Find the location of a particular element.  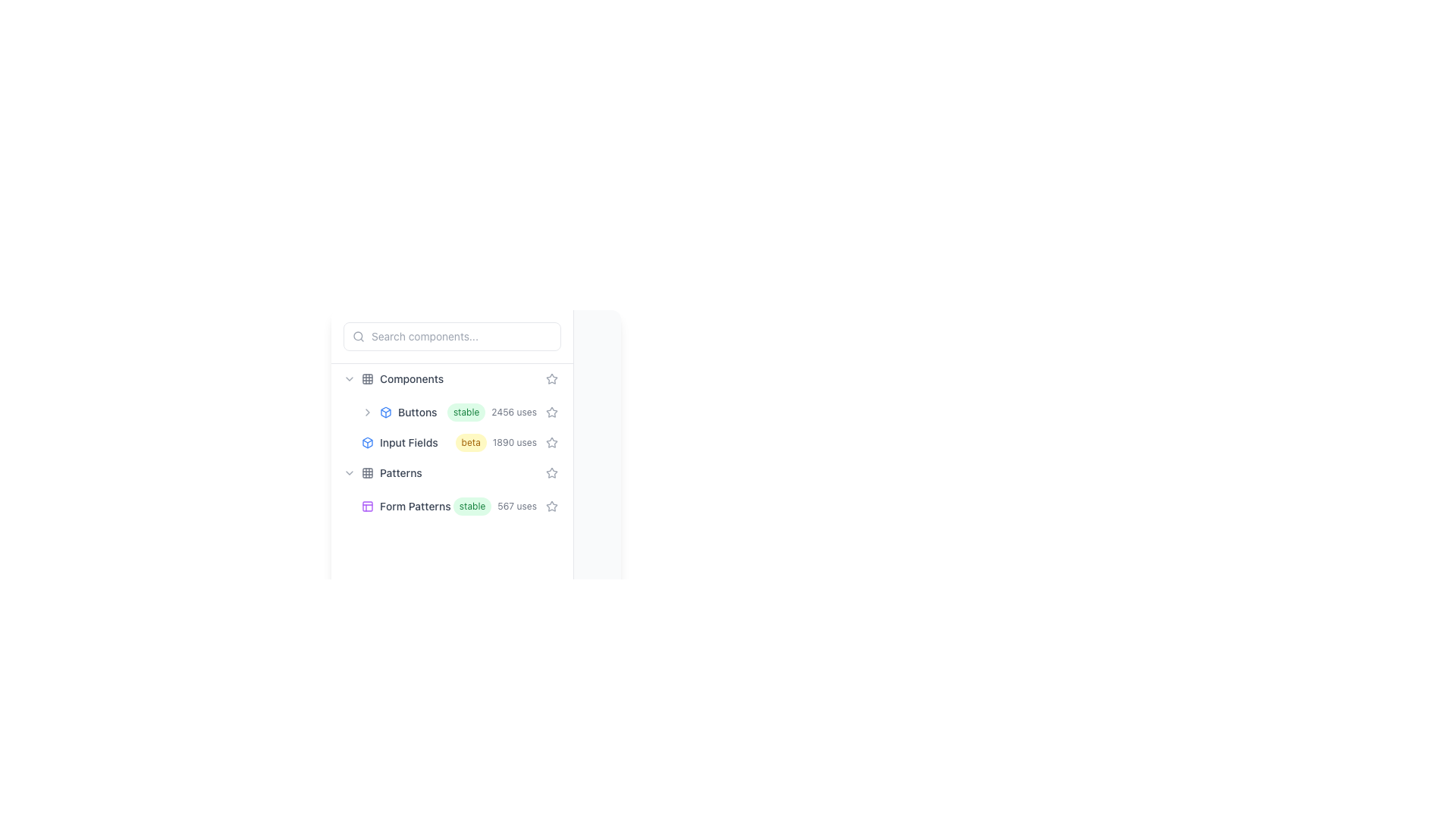

the list item labeled 'Buttons' with a blue icon and a green label 'stable' is located at coordinates (451, 412).